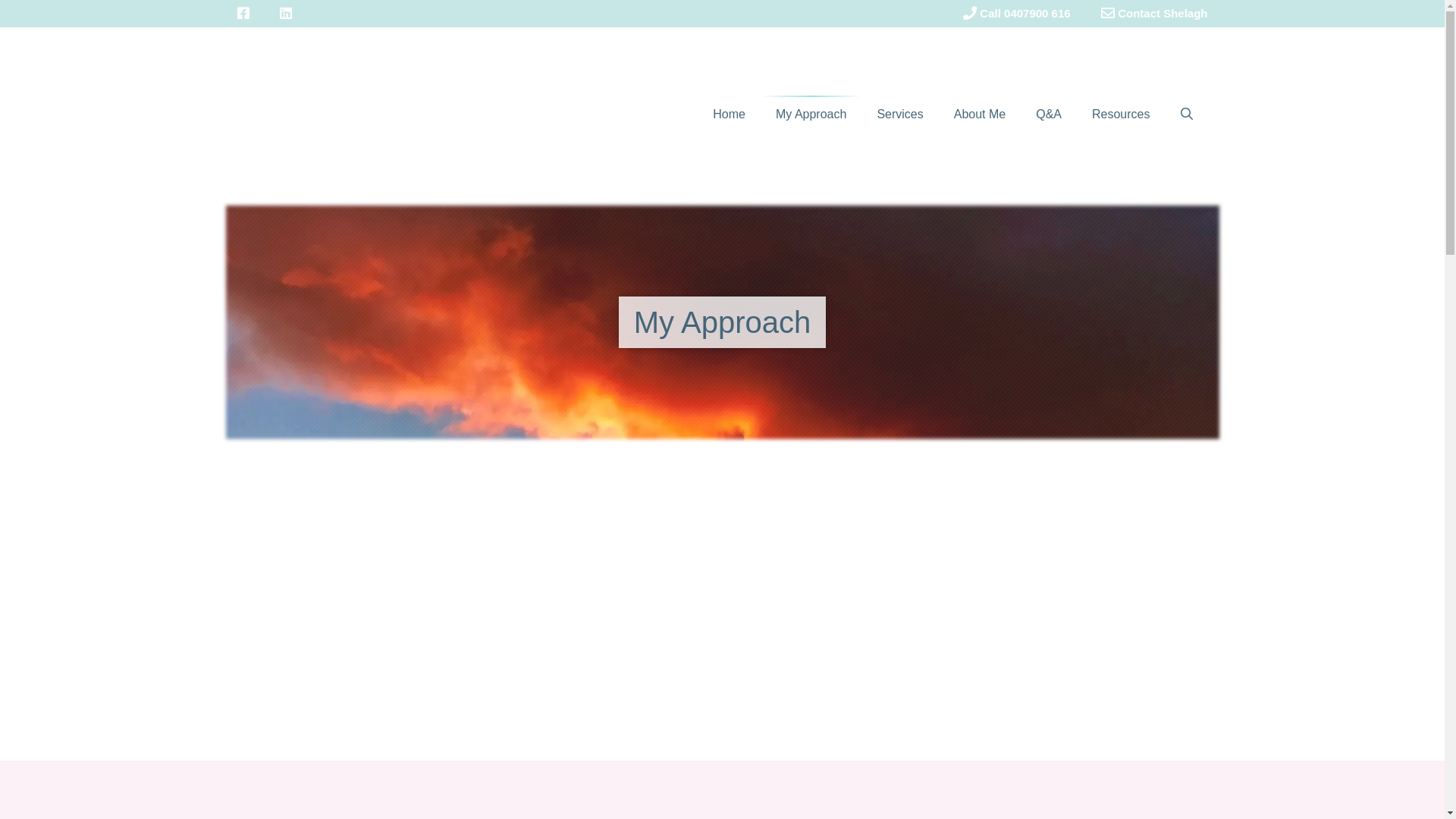 This screenshot has width=1456, height=819. Describe the element at coordinates (243, 14) in the screenshot. I see `'Facebook'` at that location.